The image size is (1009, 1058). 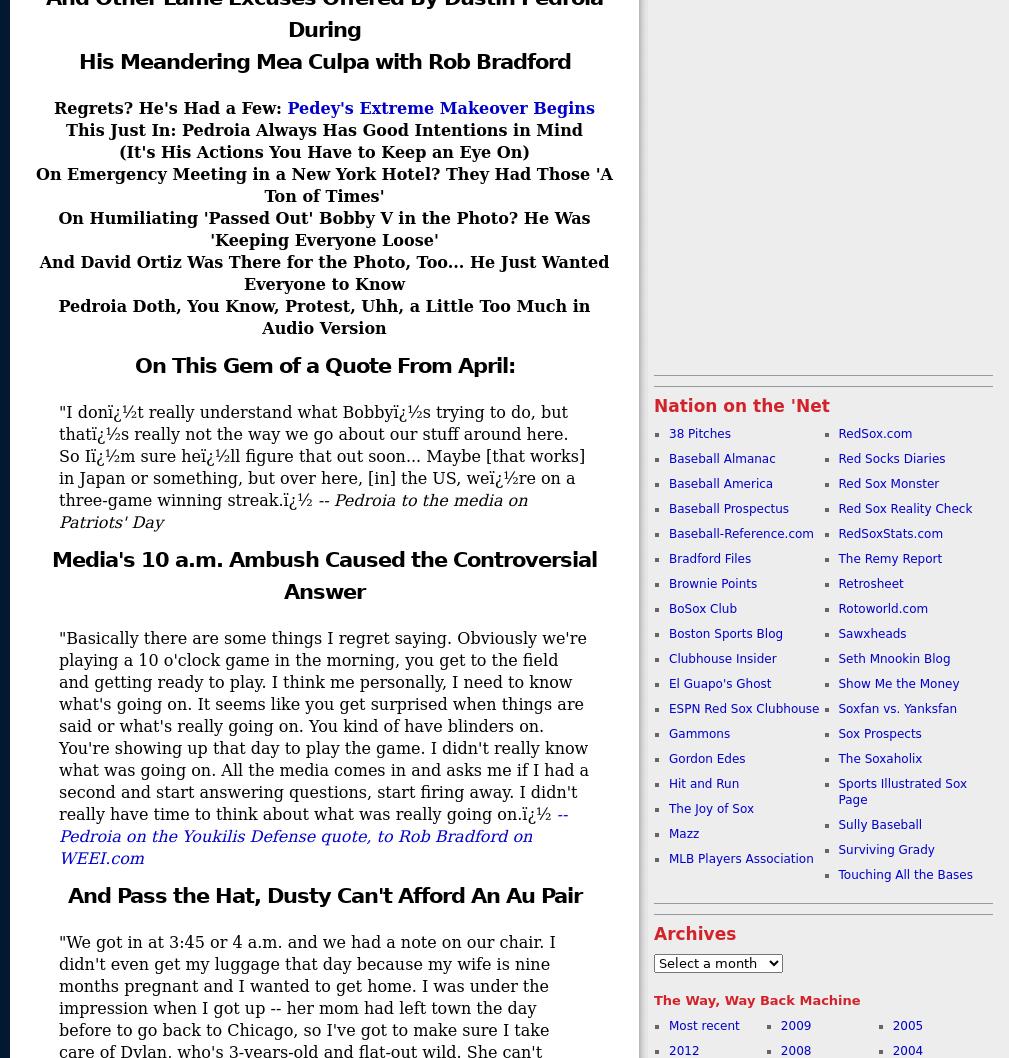 What do you see at coordinates (720, 682) in the screenshot?
I see `'El Guapo's Ghost'` at bounding box center [720, 682].